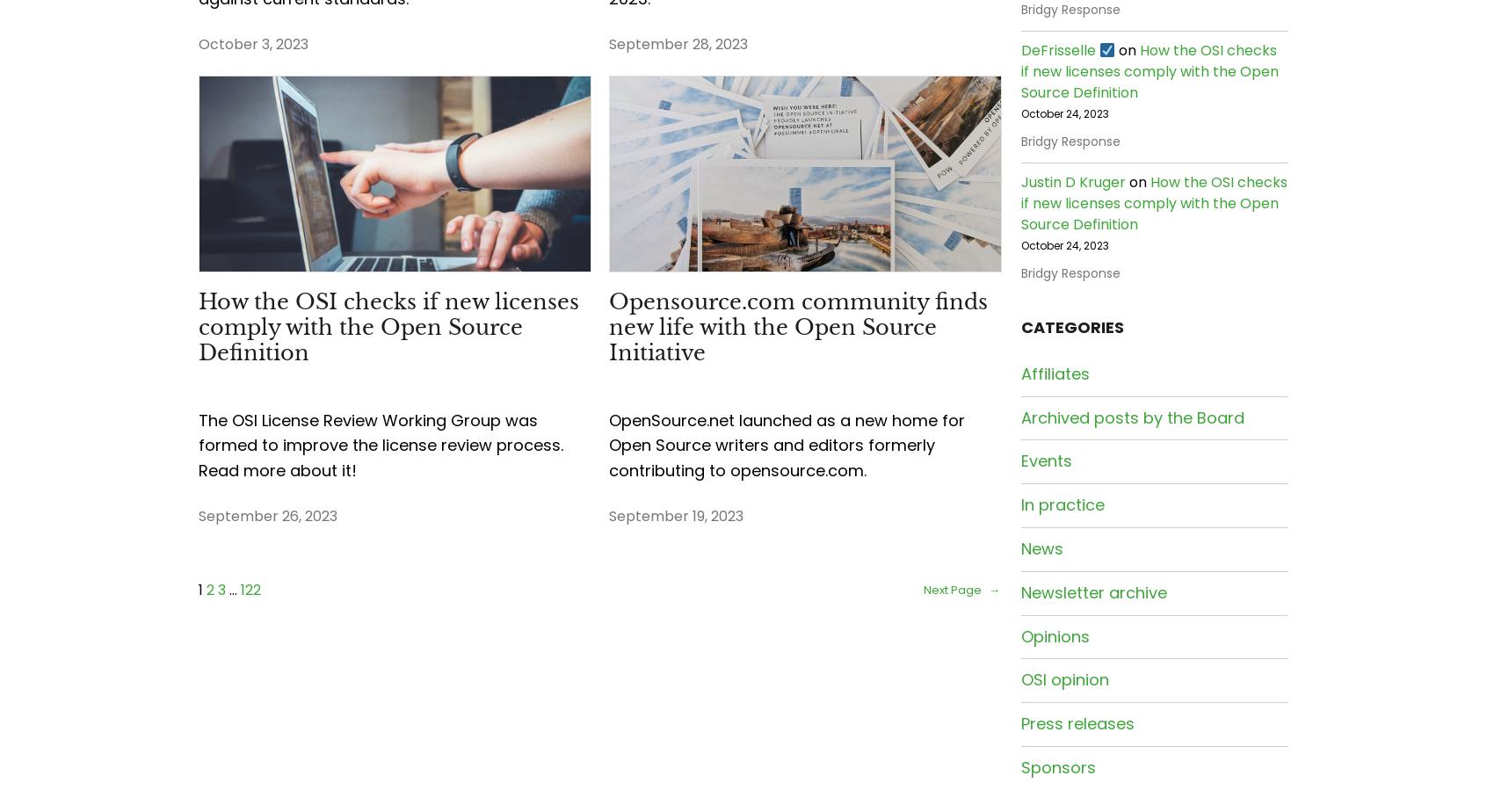  I want to click on 'CATEGORIES', so click(1072, 327).